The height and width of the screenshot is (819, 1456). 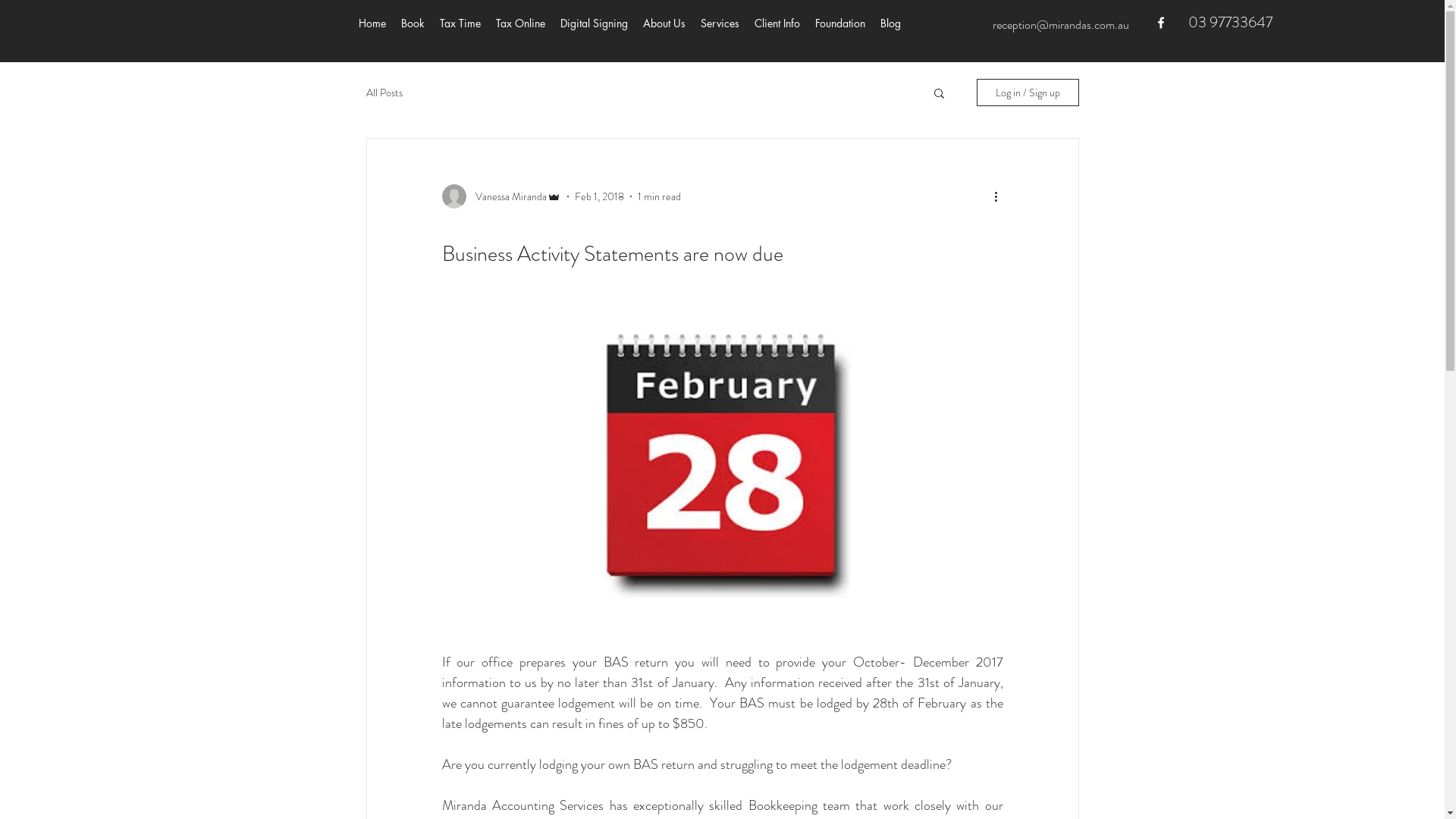 I want to click on 'Tax Time', so click(x=459, y=23).